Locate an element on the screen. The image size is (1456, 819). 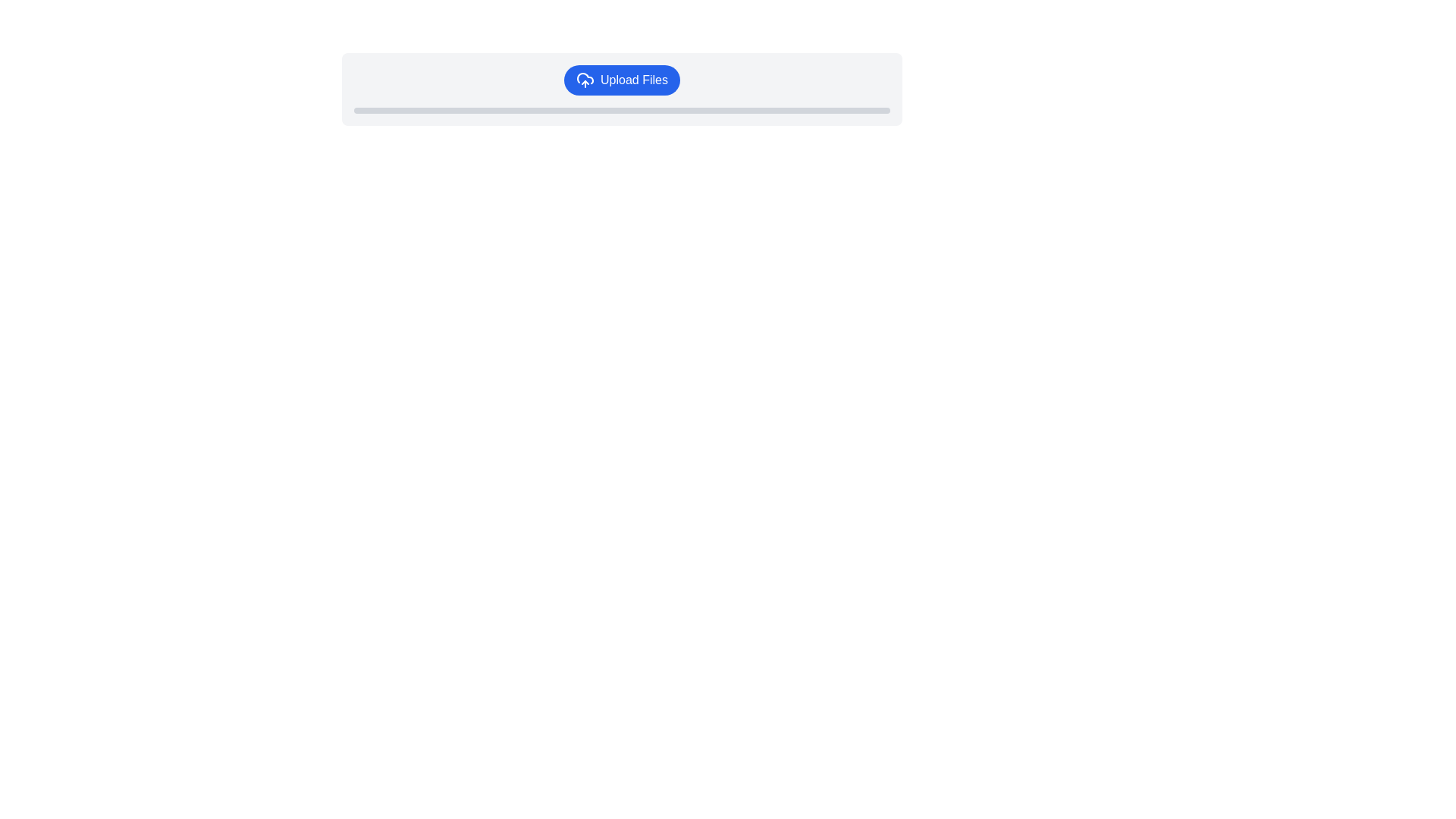
the interactive upload trigger button located above the progress bar is located at coordinates (622, 80).